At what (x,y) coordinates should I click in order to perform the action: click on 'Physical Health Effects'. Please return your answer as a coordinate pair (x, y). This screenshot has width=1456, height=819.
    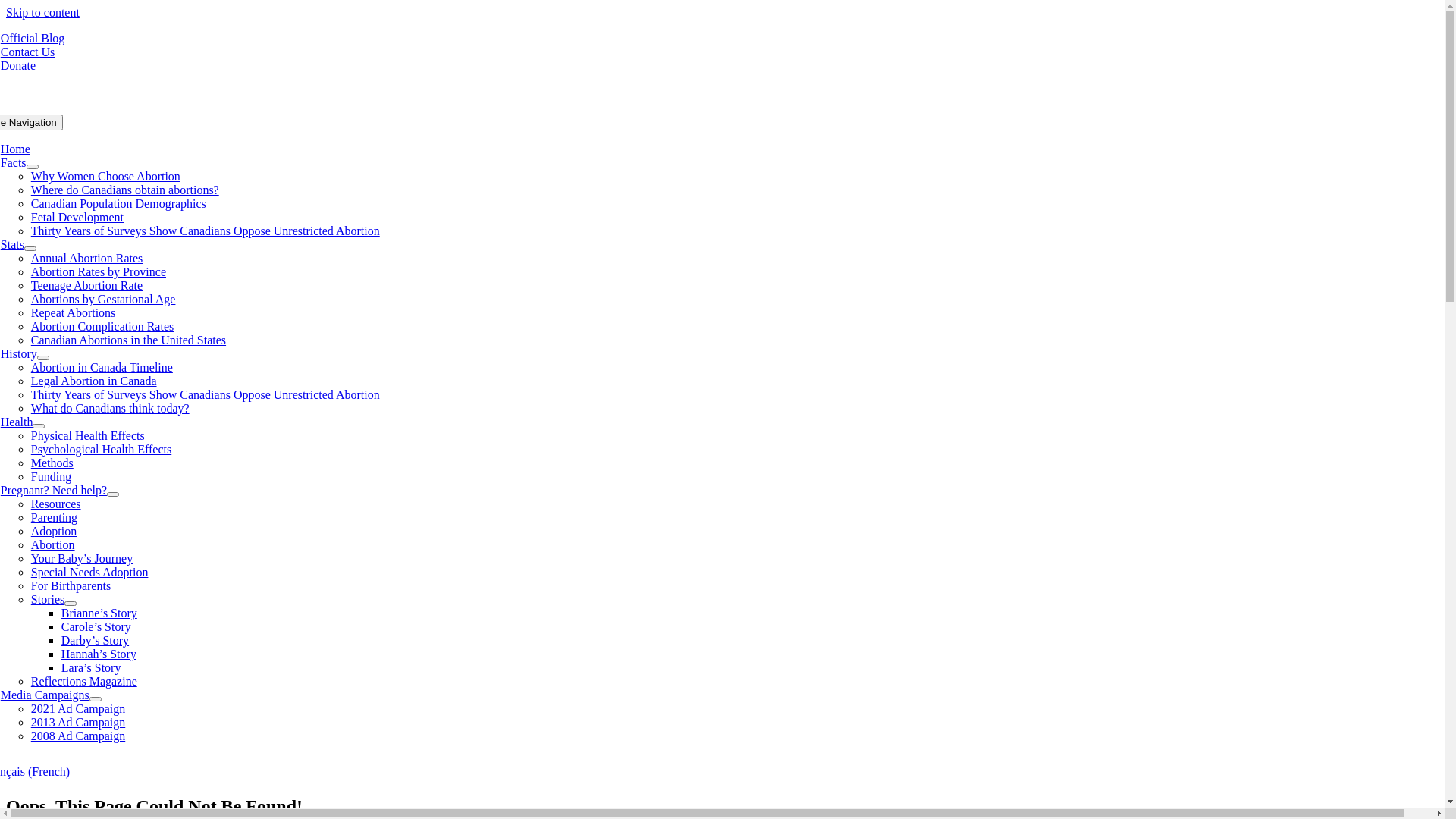
    Looking at the image, I should click on (86, 435).